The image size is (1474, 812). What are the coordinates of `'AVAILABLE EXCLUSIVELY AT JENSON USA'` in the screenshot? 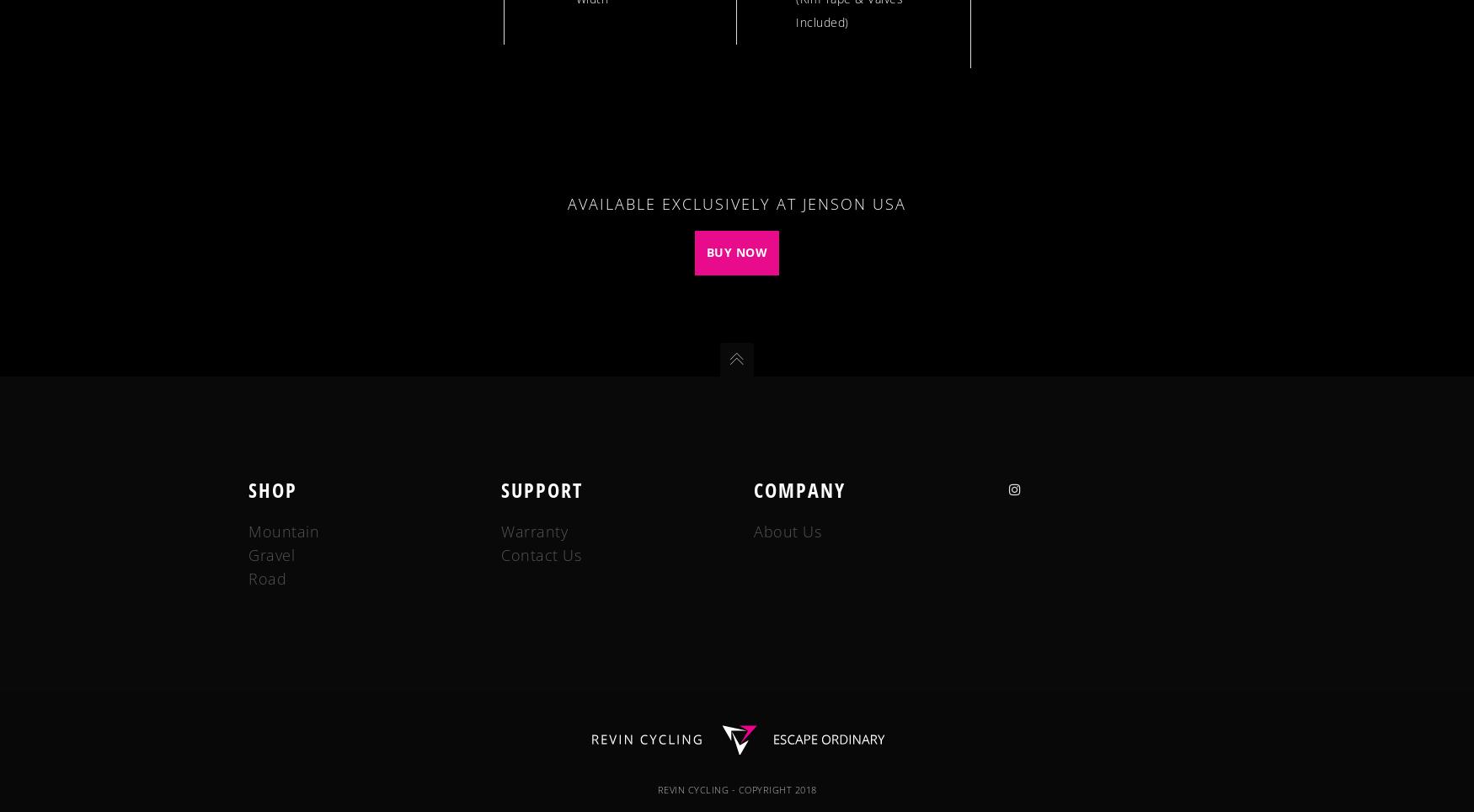 It's located at (737, 203).